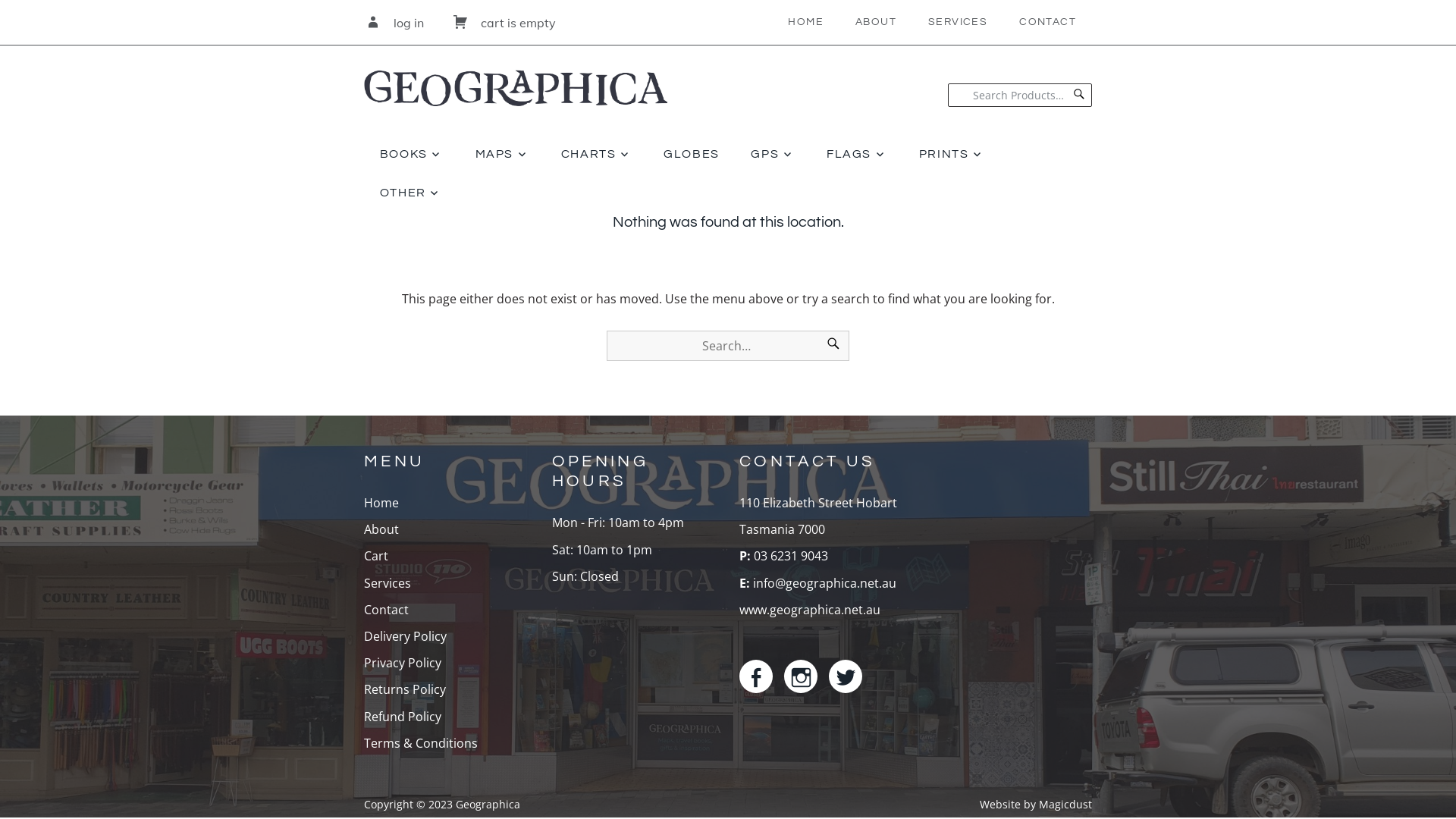 This screenshot has height=819, width=1456. What do you see at coordinates (364, 23) in the screenshot?
I see `'log in'` at bounding box center [364, 23].